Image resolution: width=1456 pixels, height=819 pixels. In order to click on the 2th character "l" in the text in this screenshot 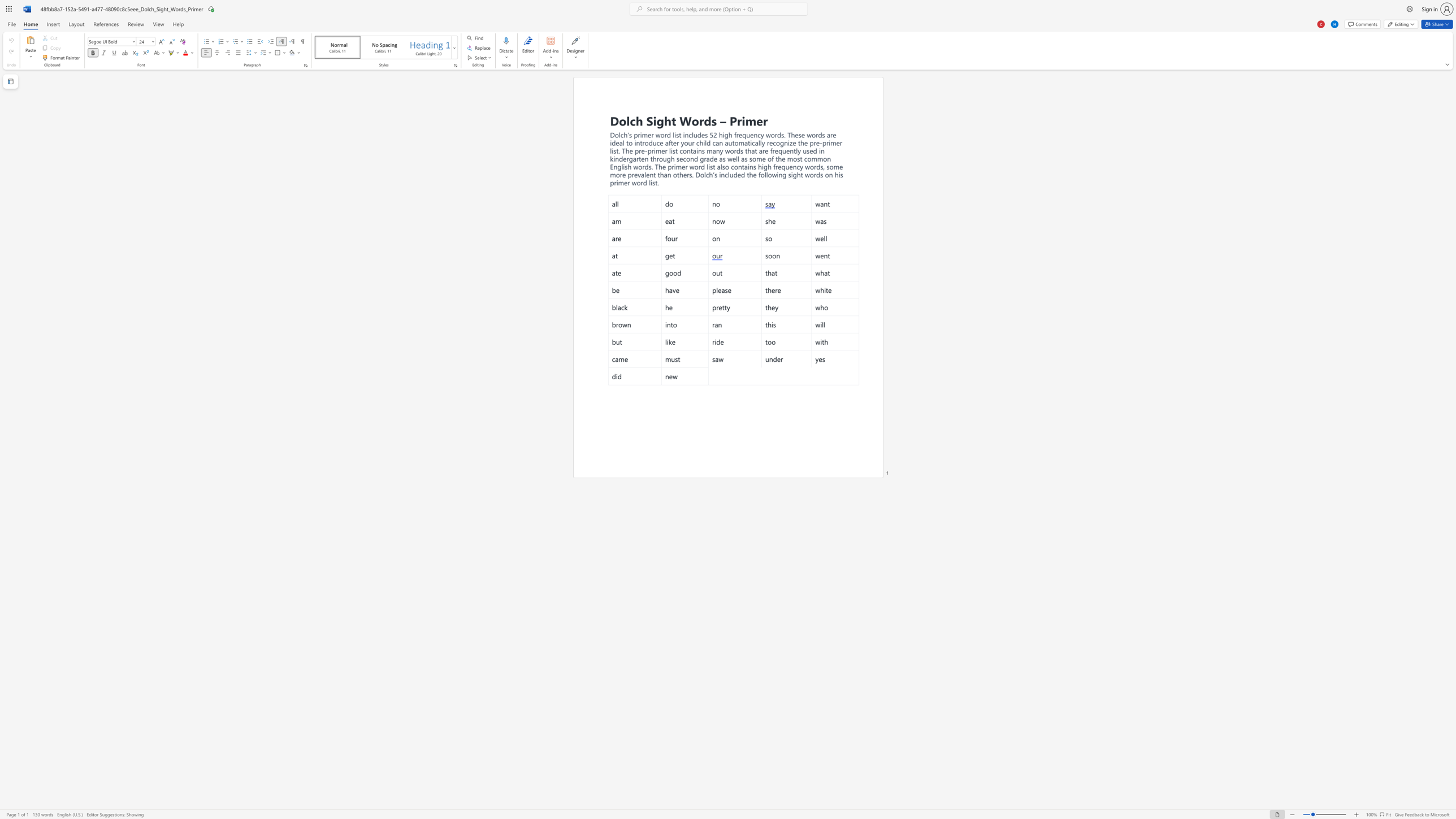, I will do `click(692, 134)`.